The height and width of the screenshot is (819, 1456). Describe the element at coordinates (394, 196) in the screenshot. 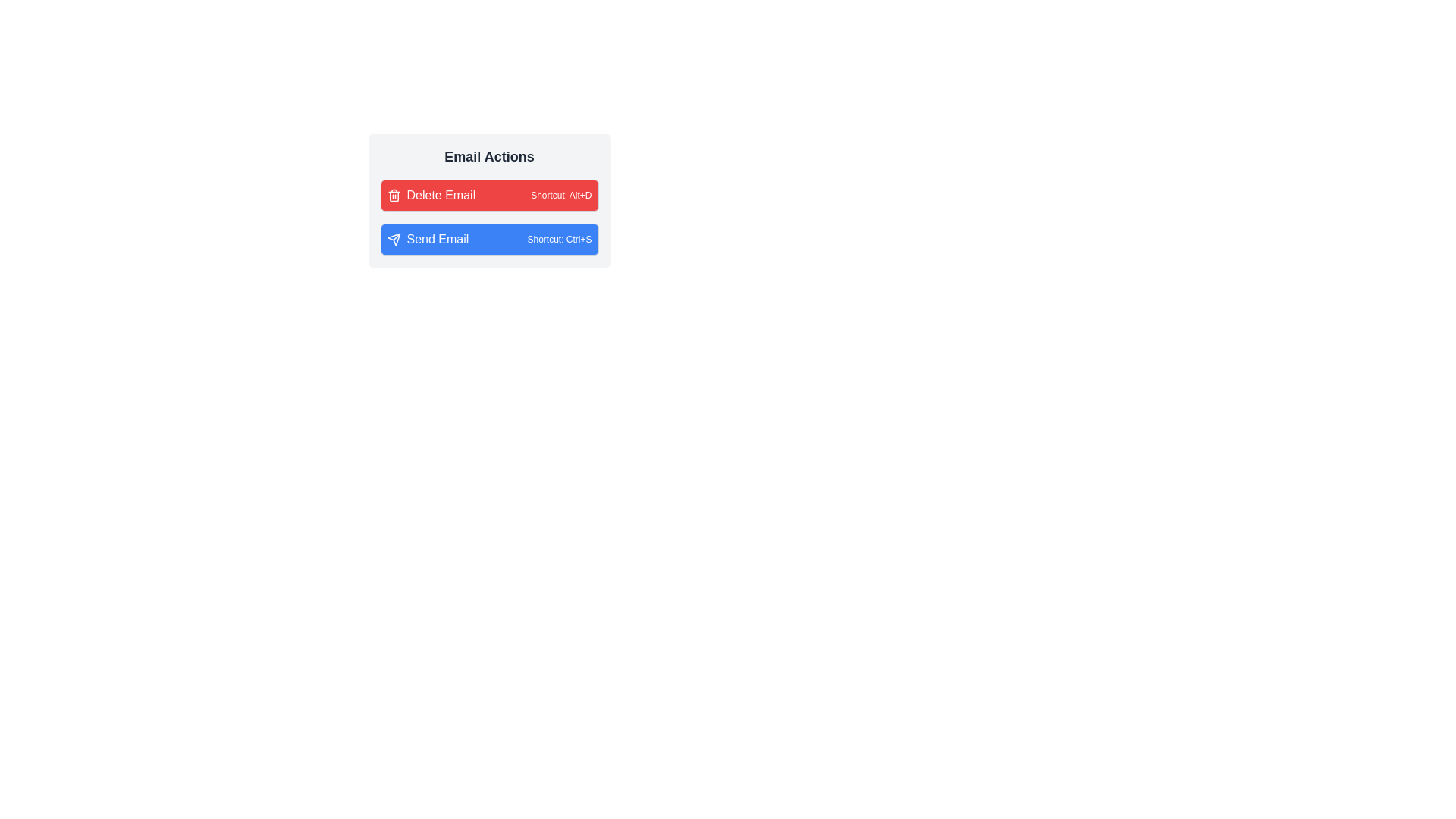

I see `the trash can icon that symbolizes the delete functionality of the associated button` at that location.